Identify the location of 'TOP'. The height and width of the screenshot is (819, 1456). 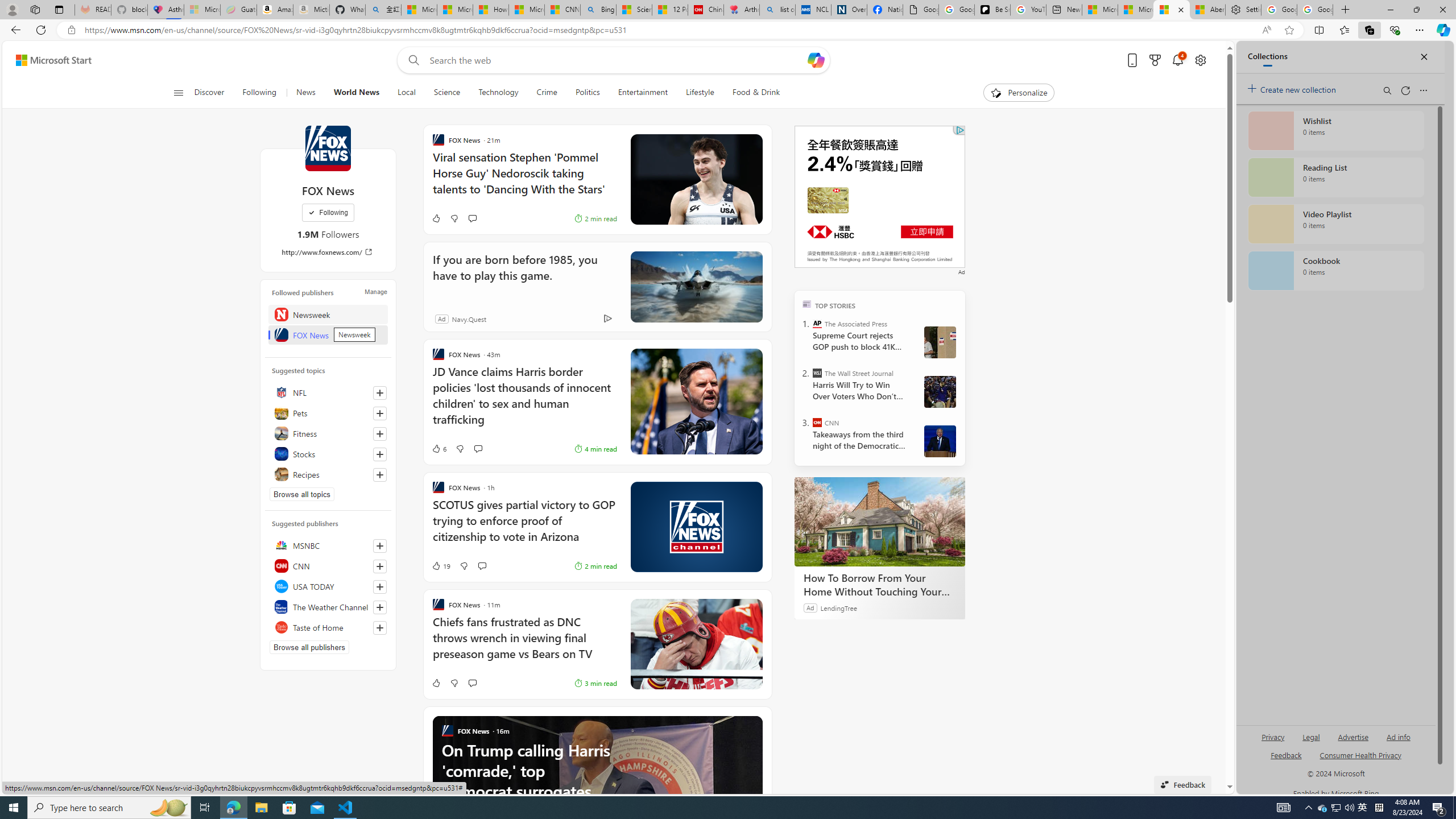
(806, 303).